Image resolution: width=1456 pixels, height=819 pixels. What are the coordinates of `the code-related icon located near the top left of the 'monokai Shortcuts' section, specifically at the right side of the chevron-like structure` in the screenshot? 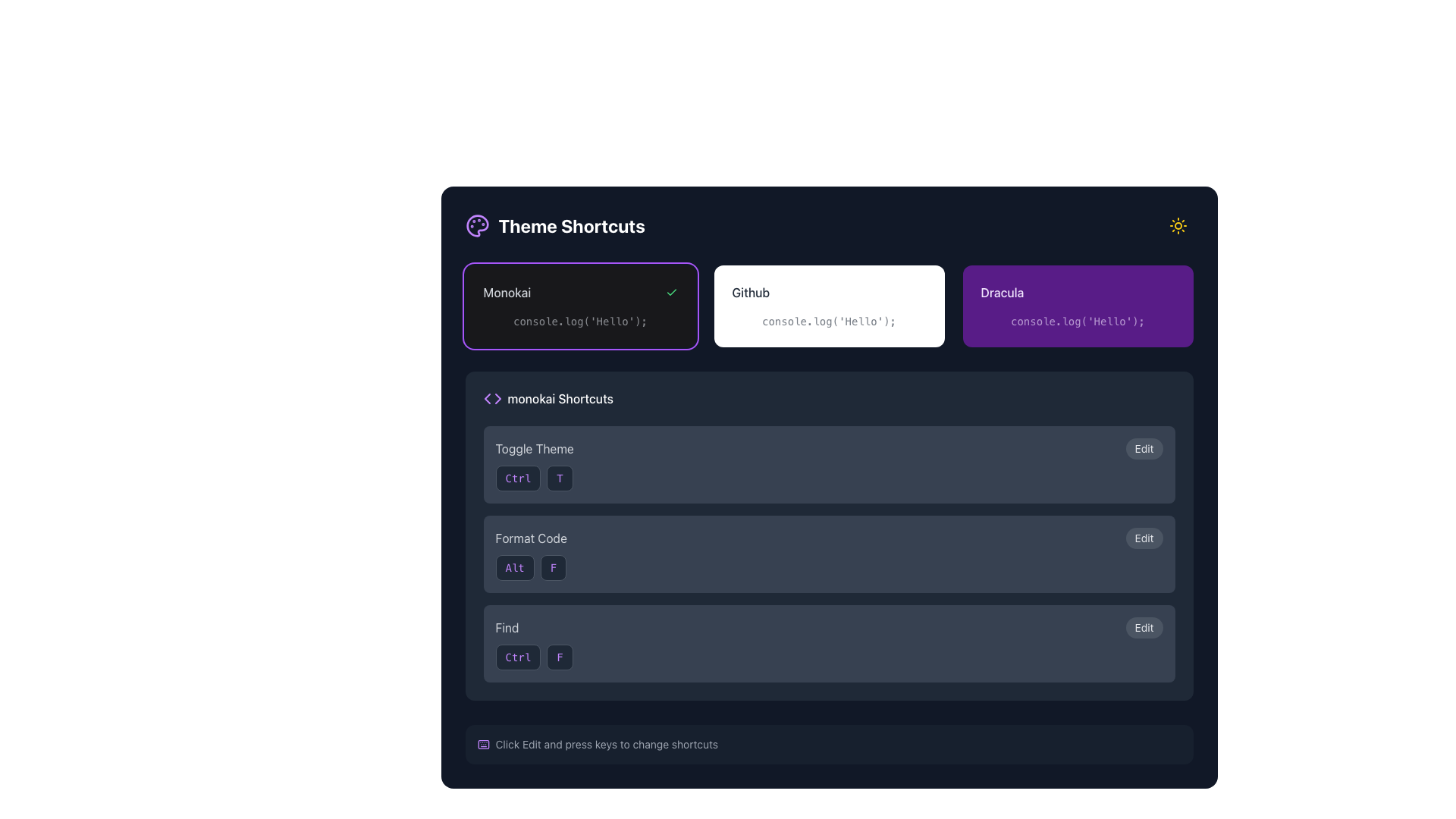 It's located at (497, 397).